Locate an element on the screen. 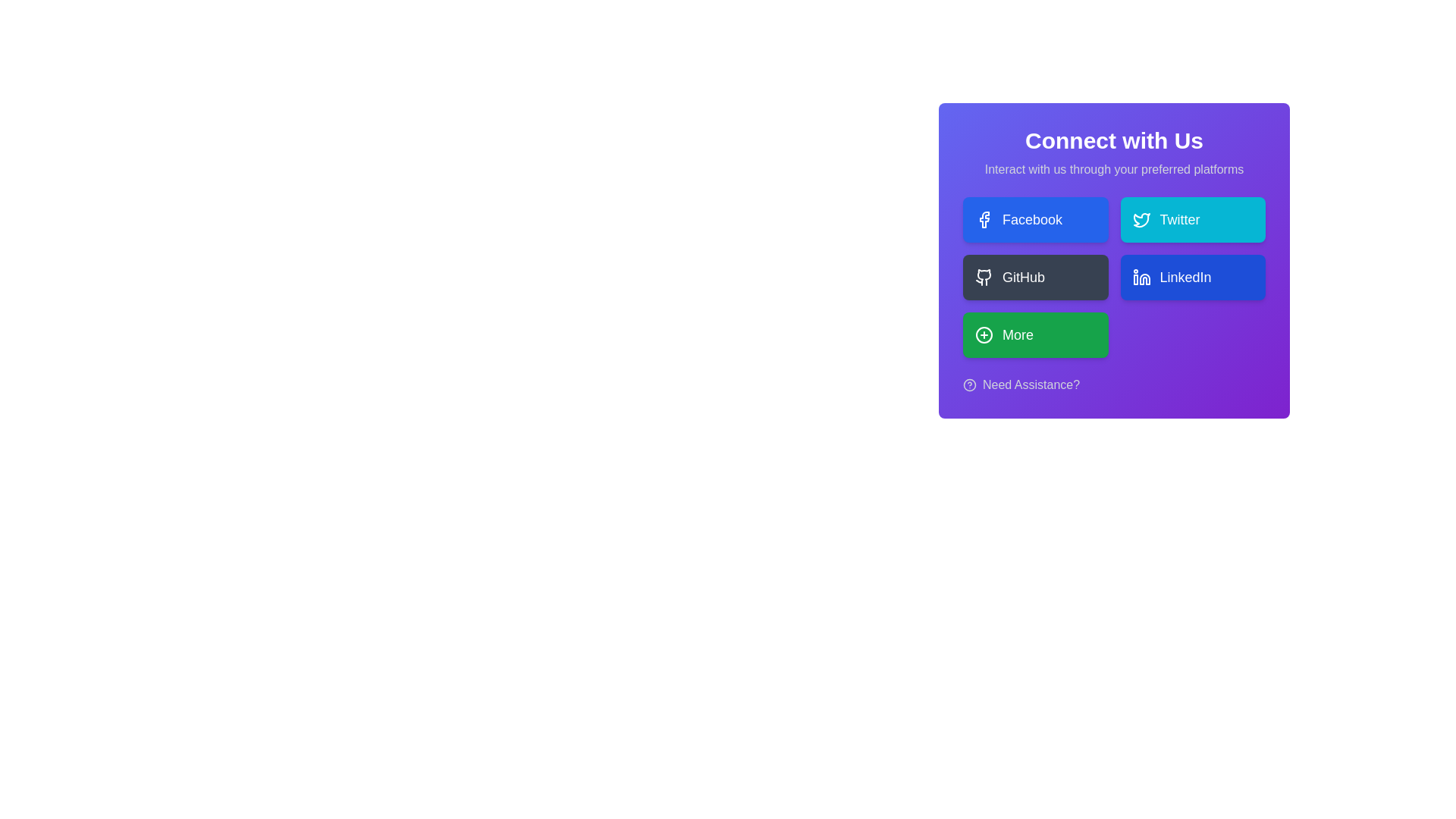  the 'More' button, which is labeled to indicate its purpose and is located in the 'Connect with Us' section next to a circular '+' icon is located at coordinates (1018, 334).